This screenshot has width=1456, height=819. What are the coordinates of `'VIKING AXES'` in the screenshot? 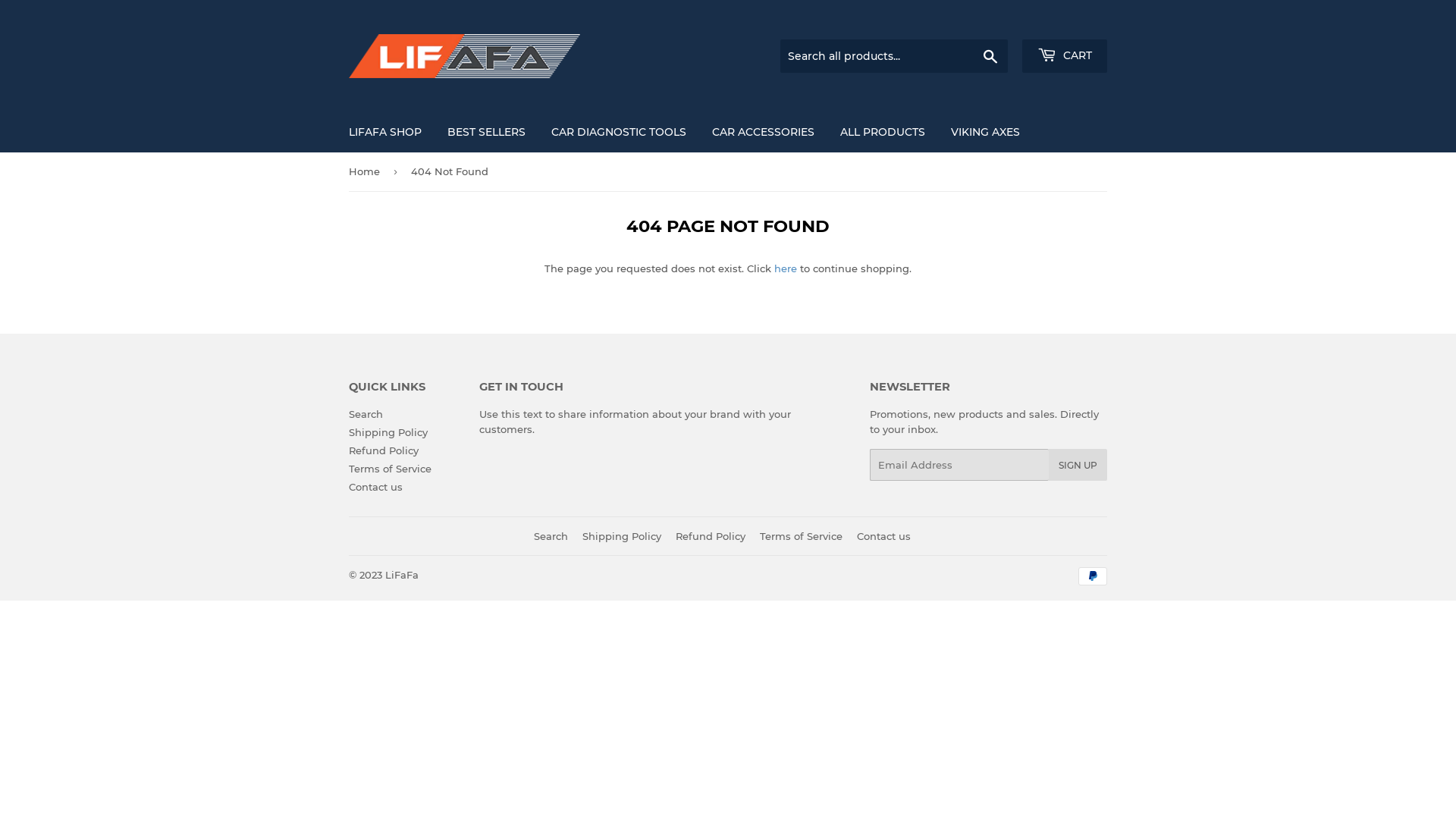 It's located at (985, 130).